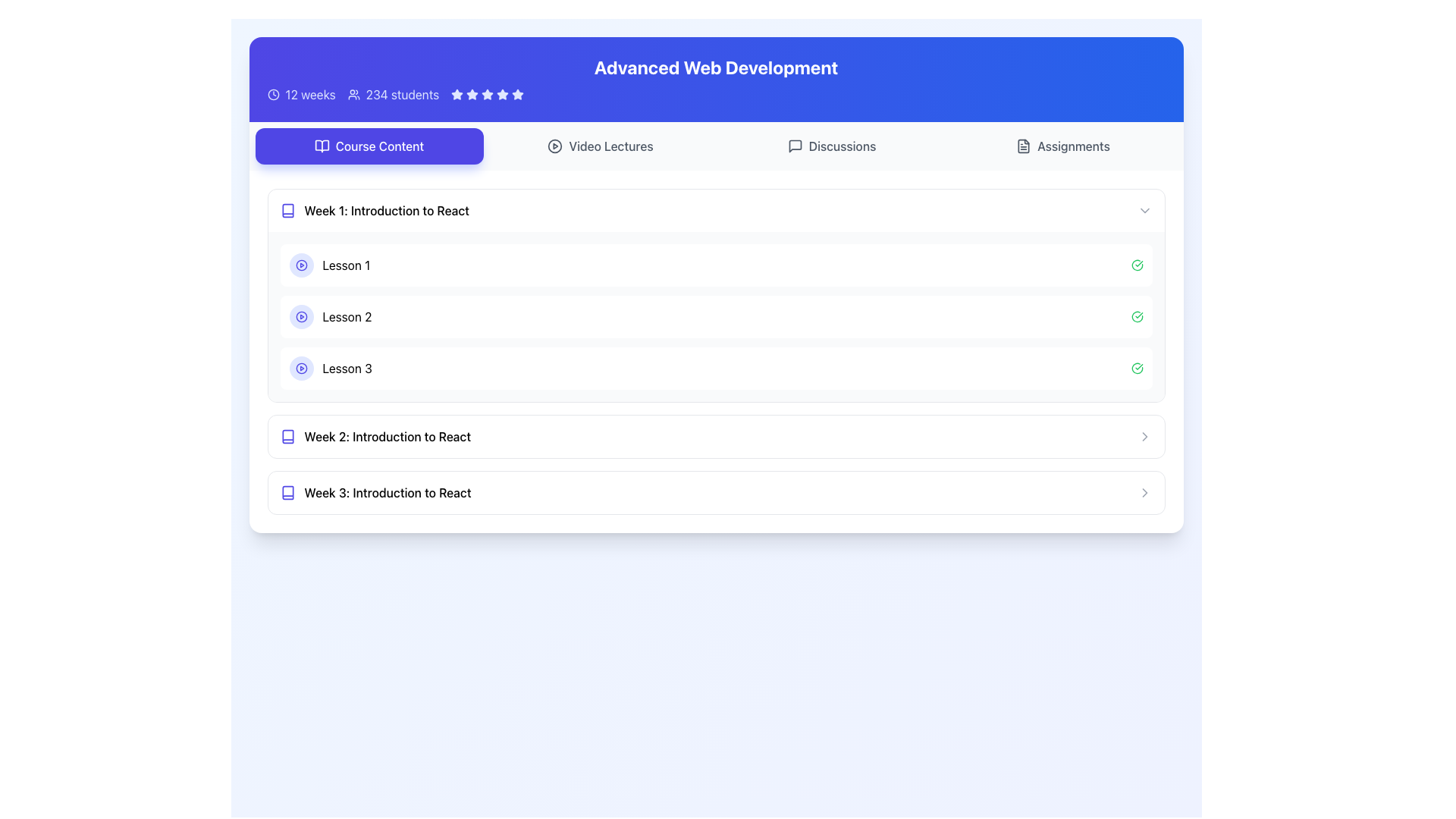 The height and width of the screenshot is (819, 1456). I want to click on the text label indicating 'Lesson 2' in the 'Week 1: Introduction to React' section, so click(346, 315).